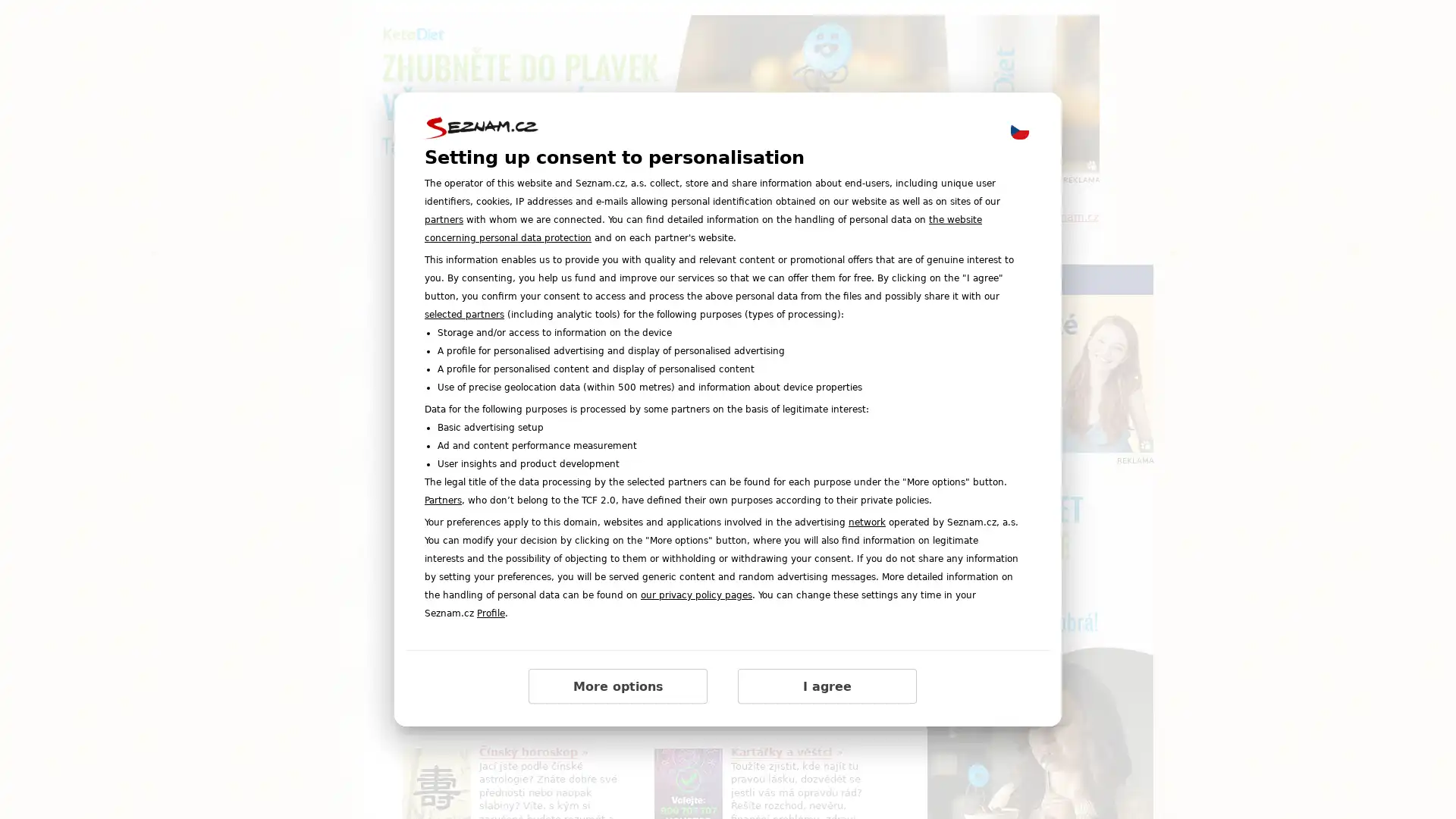  What do you see at coordinates (618, 686) in the screenshot?
I see `More options` at bounding box center [618, 686].